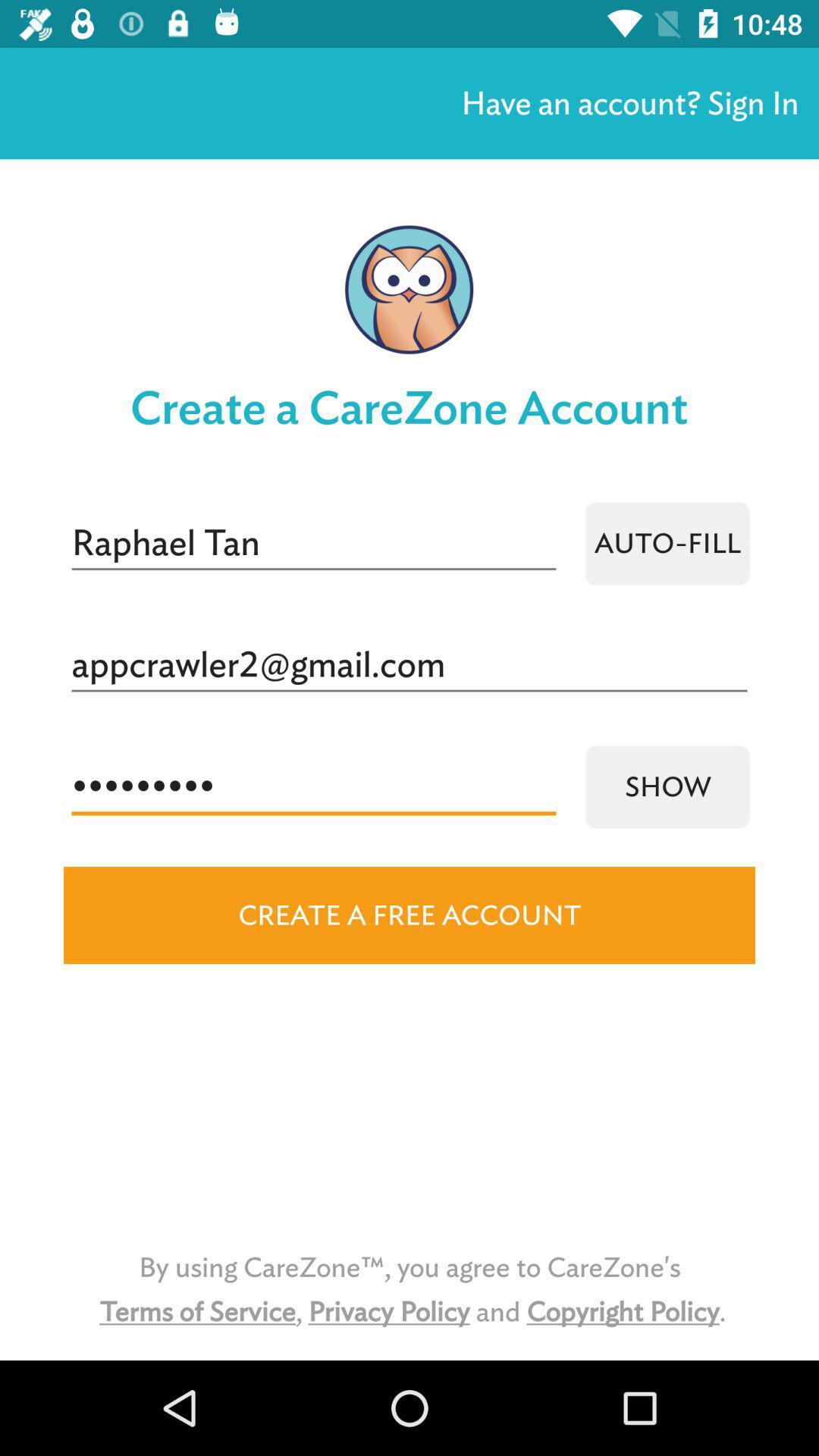  I want to click on the icon above create a free icon, so click(312, 786).